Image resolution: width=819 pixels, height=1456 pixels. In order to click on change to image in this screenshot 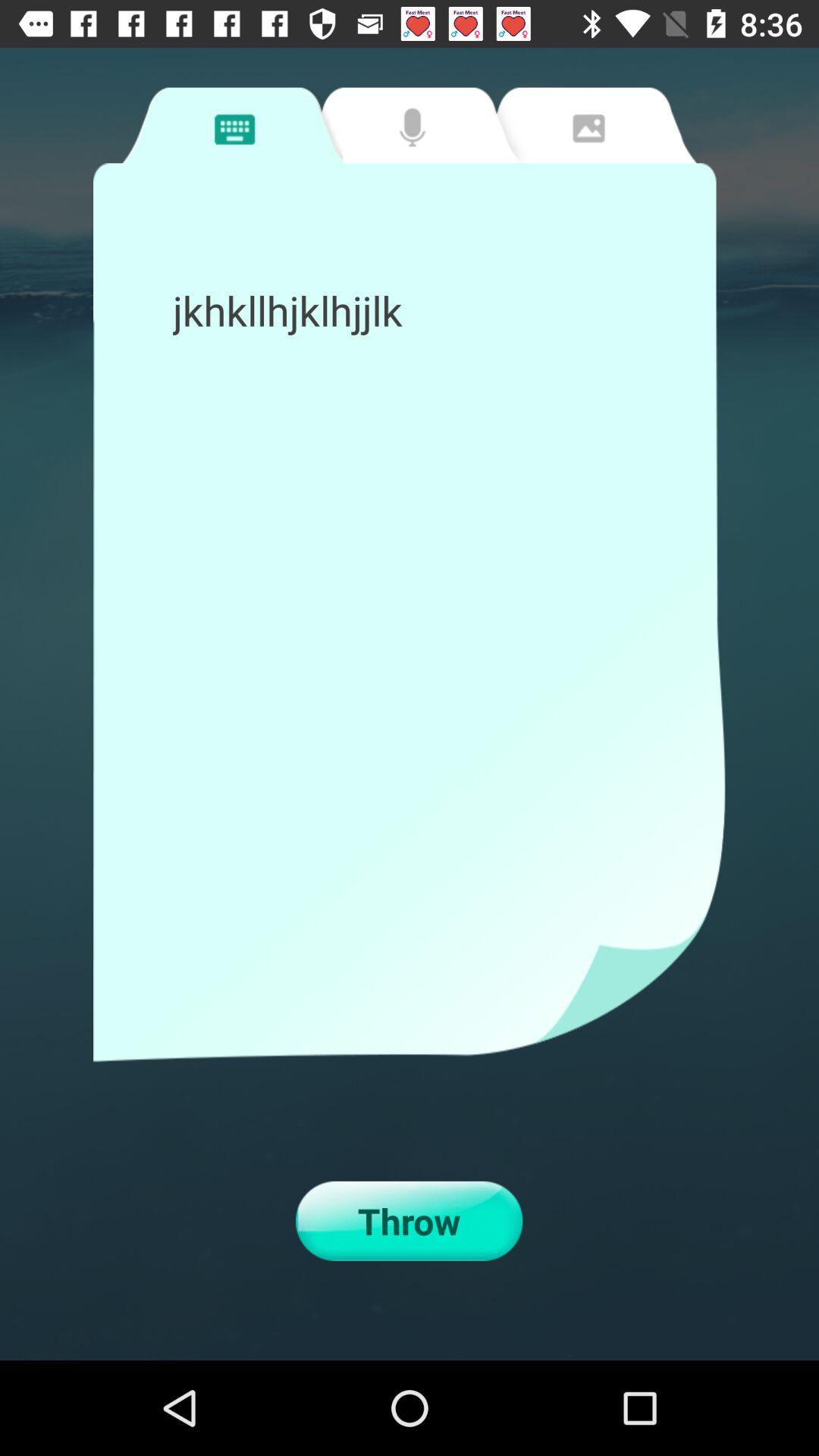, I will do `click(585, 125)`.